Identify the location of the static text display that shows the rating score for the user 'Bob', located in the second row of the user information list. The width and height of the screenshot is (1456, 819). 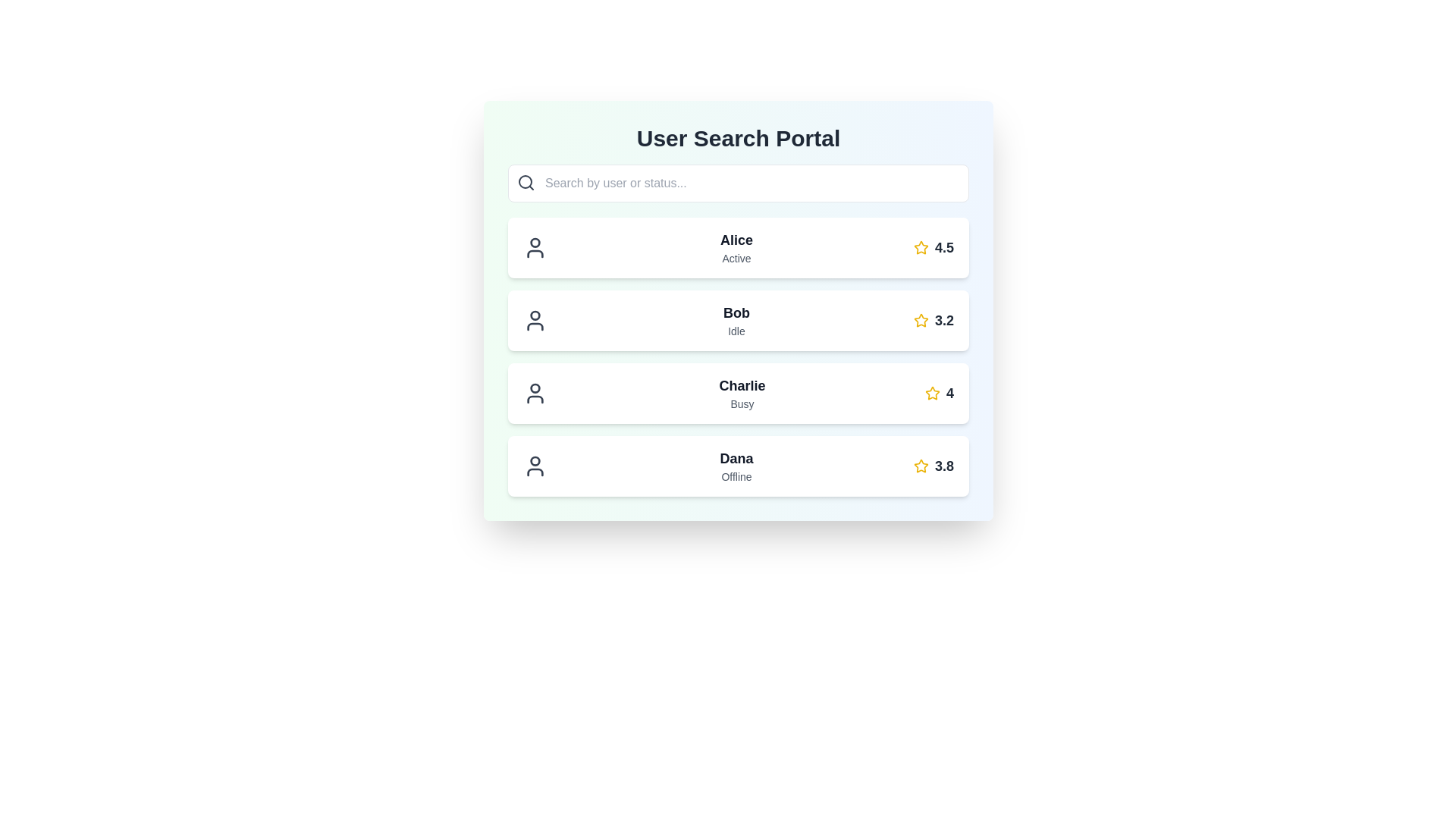
(943, 320).